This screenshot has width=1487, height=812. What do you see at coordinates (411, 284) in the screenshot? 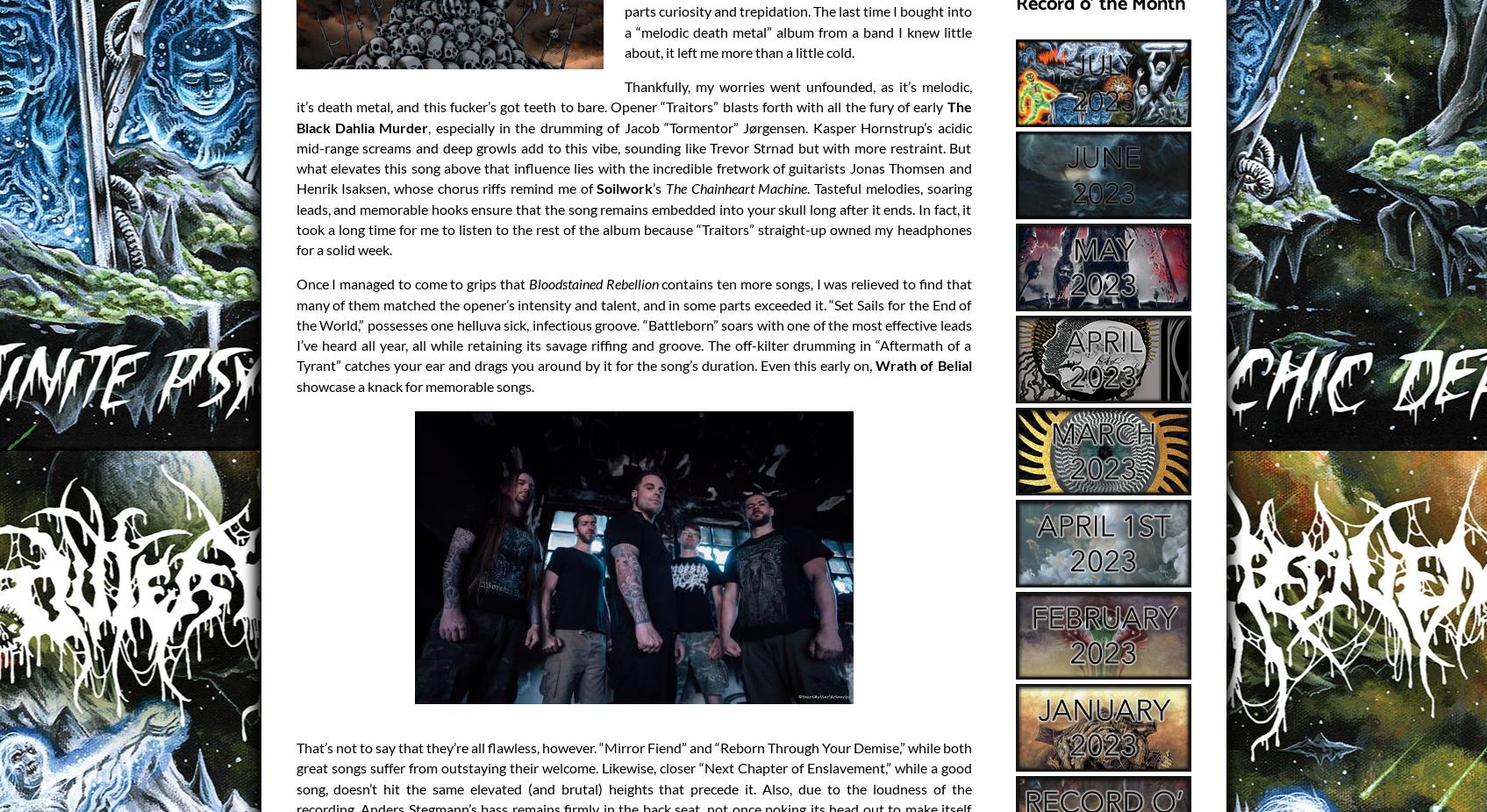
I see `'Once I managed to come to grips that'` at bounding box center [411, 284].